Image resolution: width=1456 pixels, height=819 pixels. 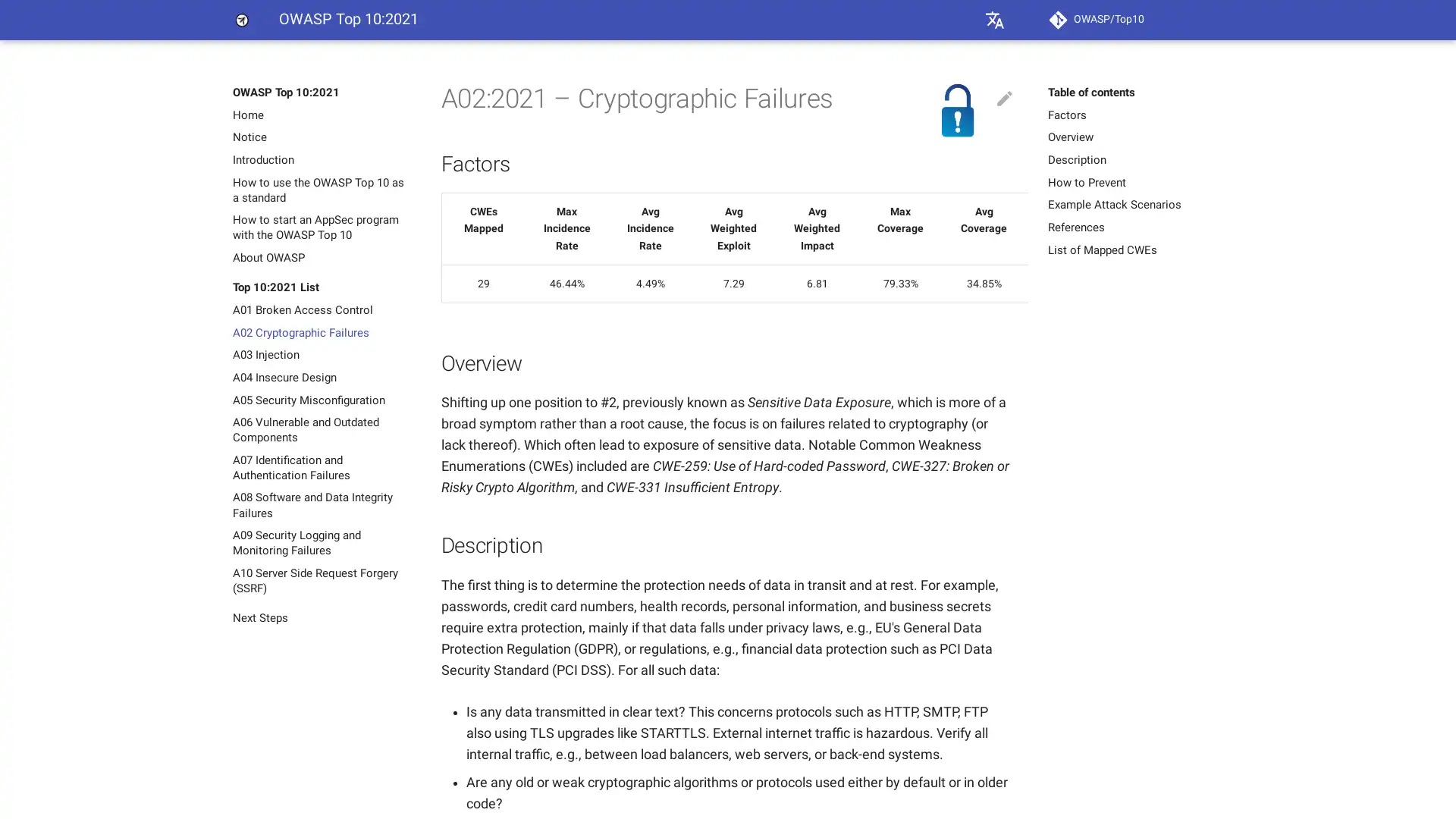 I want to click on Select language, so click(x=994, y=20).